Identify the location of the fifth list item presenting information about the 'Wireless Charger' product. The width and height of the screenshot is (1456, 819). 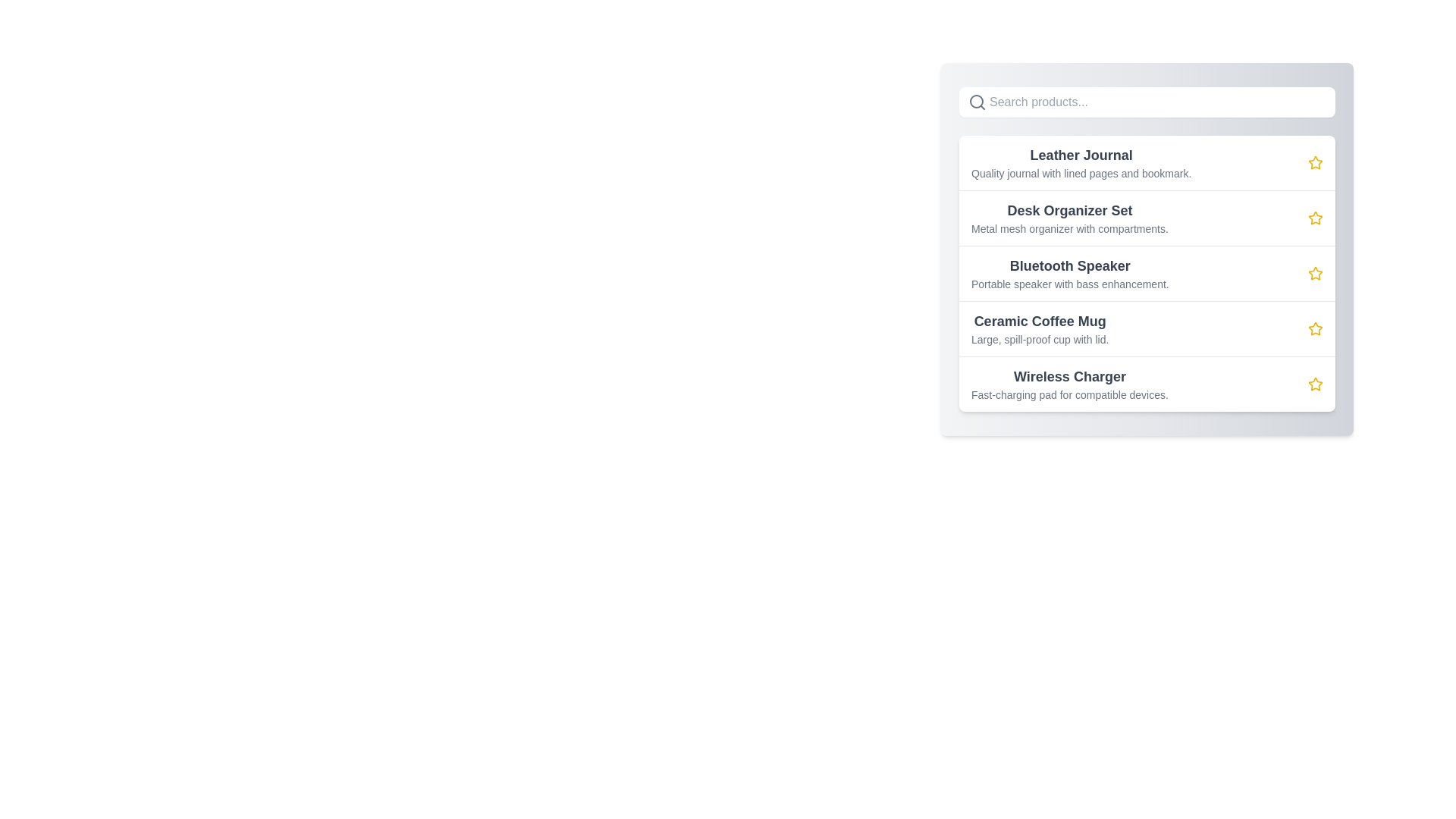
(1147, 383).